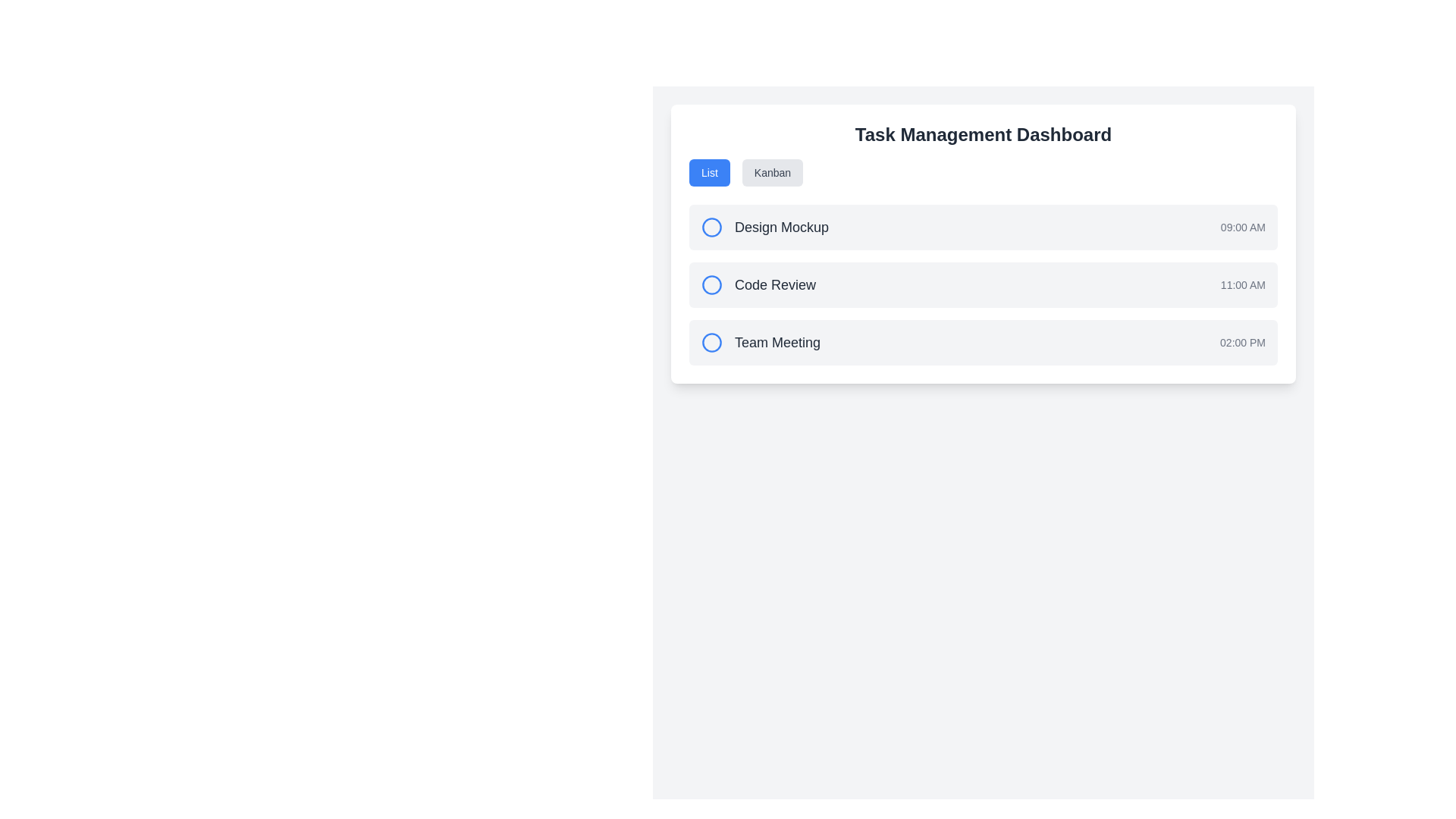 The height and width of the screenshot is (819, 1456). I want to click on the selection indicator for the 'Code Review' task, which is a Checkbox located in the second list item of the task list, between 'Design Mockup' and 'Team Meeting', so click(711, 284).